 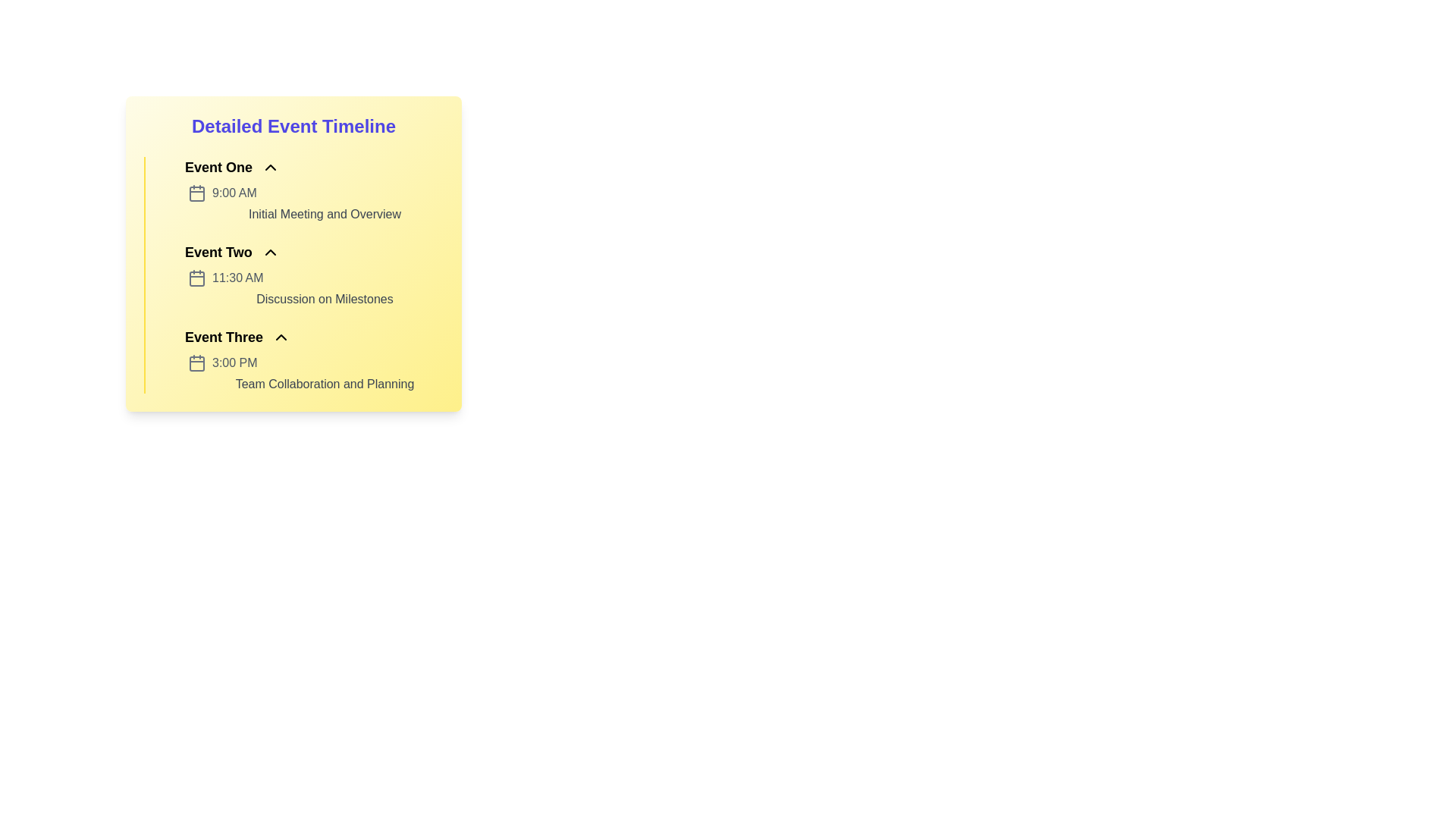 What do you see at coordinates (218, 167) in the screenshot?
I see `text content of the Text label that serves as the title for an event entry in the timeline, located below the heading 'Detailed Event Timeline'` at bounding box center [218, 167].